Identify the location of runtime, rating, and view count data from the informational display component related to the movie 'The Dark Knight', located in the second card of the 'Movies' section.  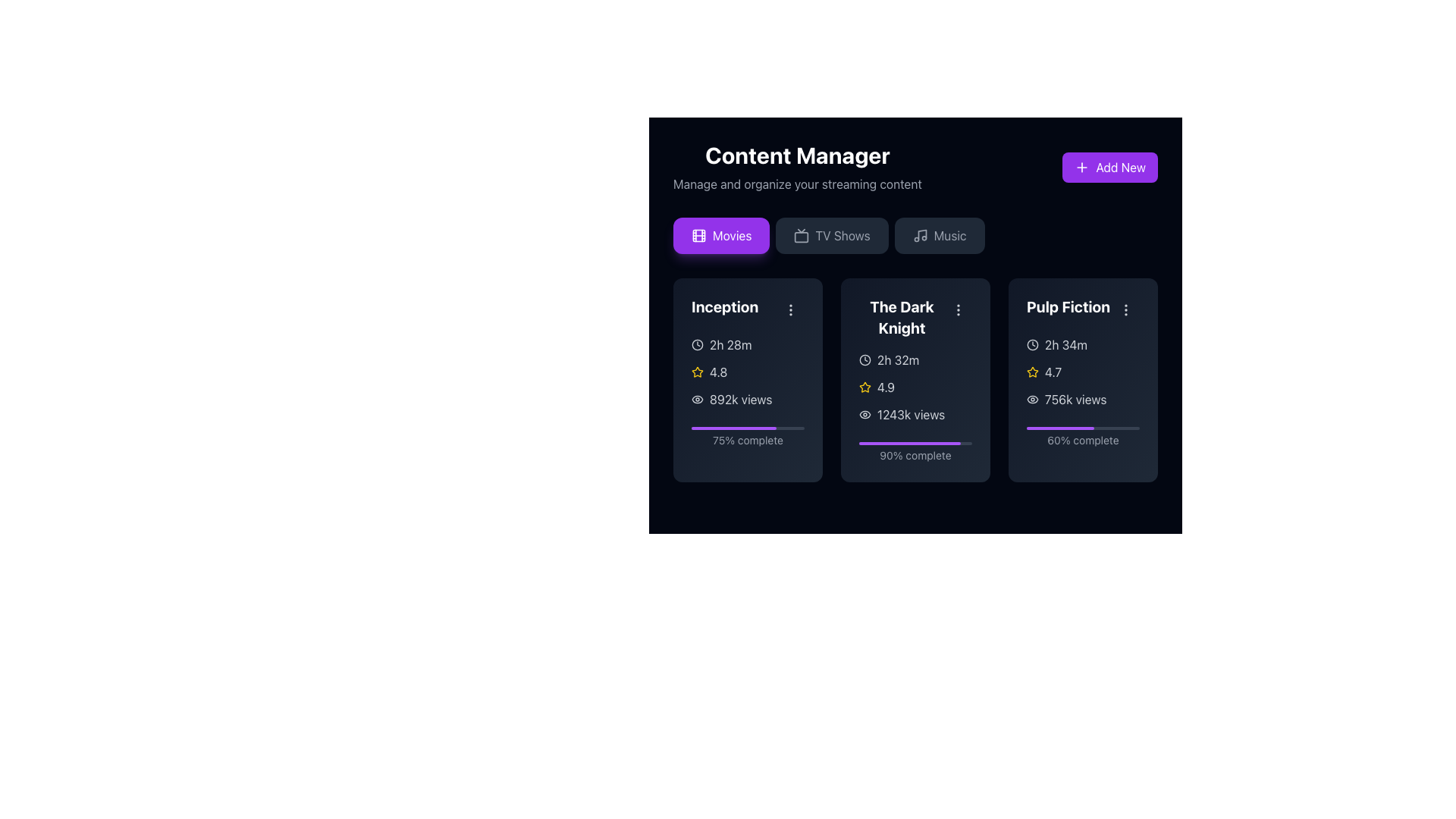
(915, 386).